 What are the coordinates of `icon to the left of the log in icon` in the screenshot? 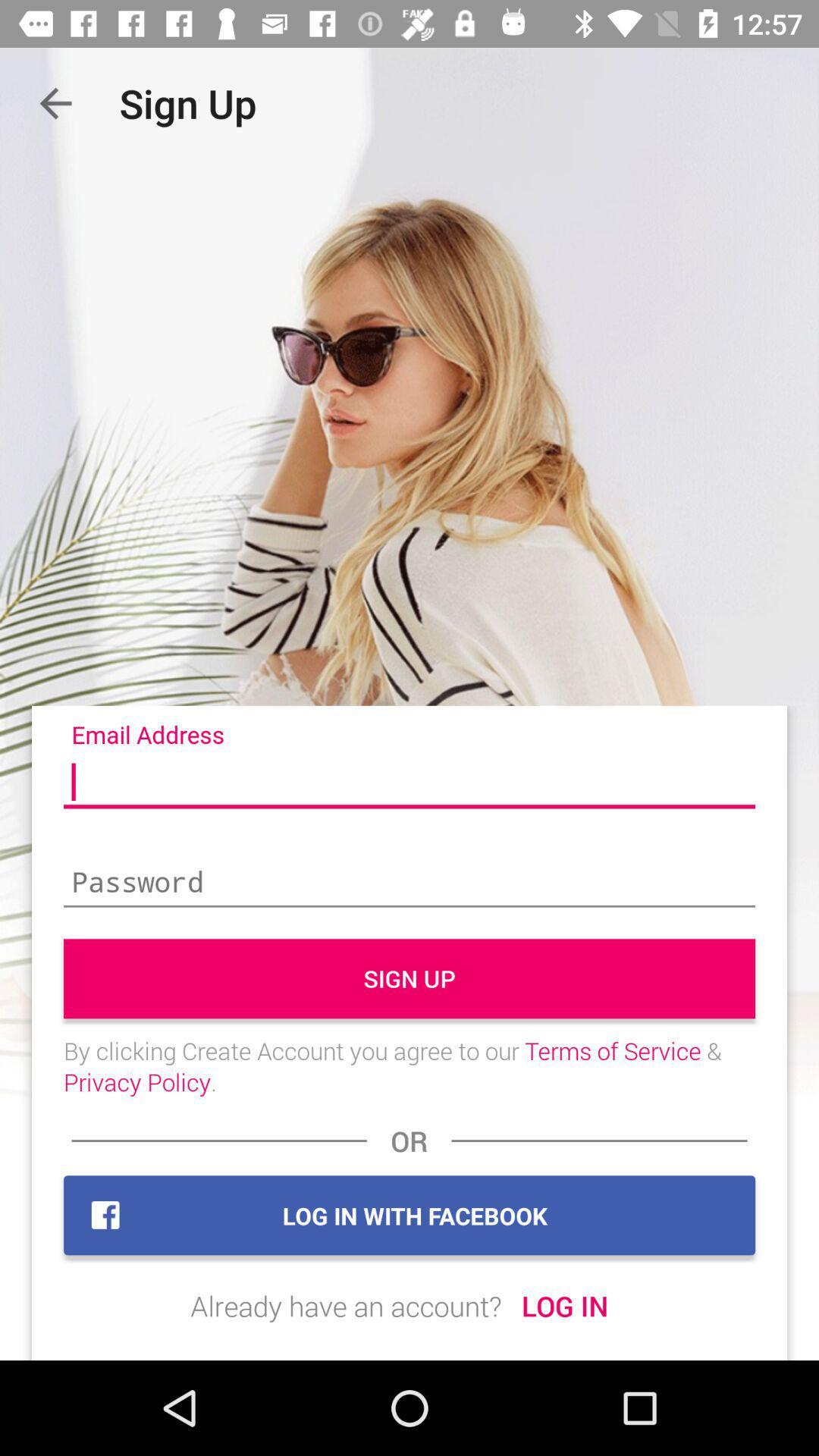 It's located at (346, 1305).